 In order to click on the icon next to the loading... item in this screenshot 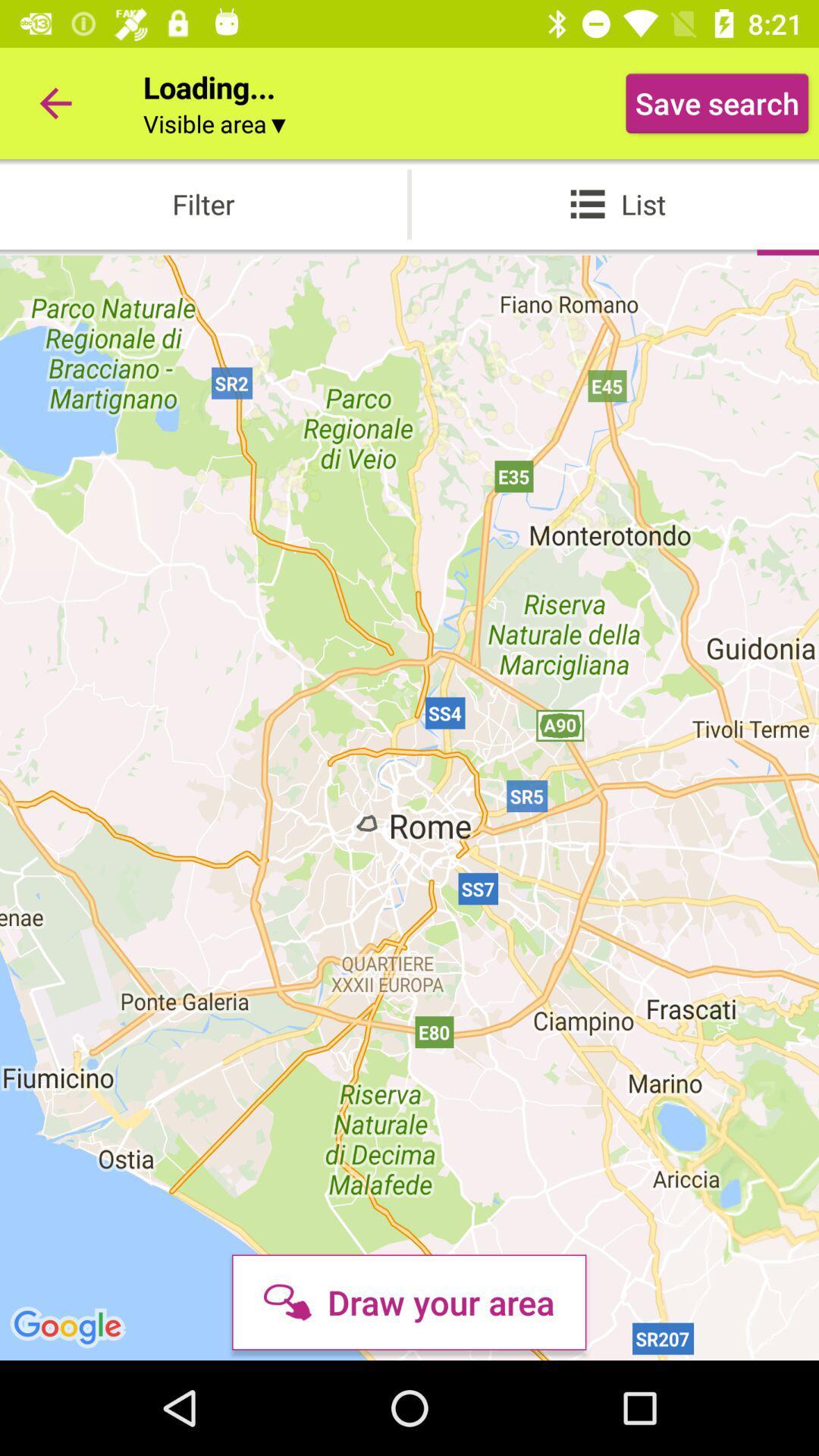, I will do `click(55, 102)`.